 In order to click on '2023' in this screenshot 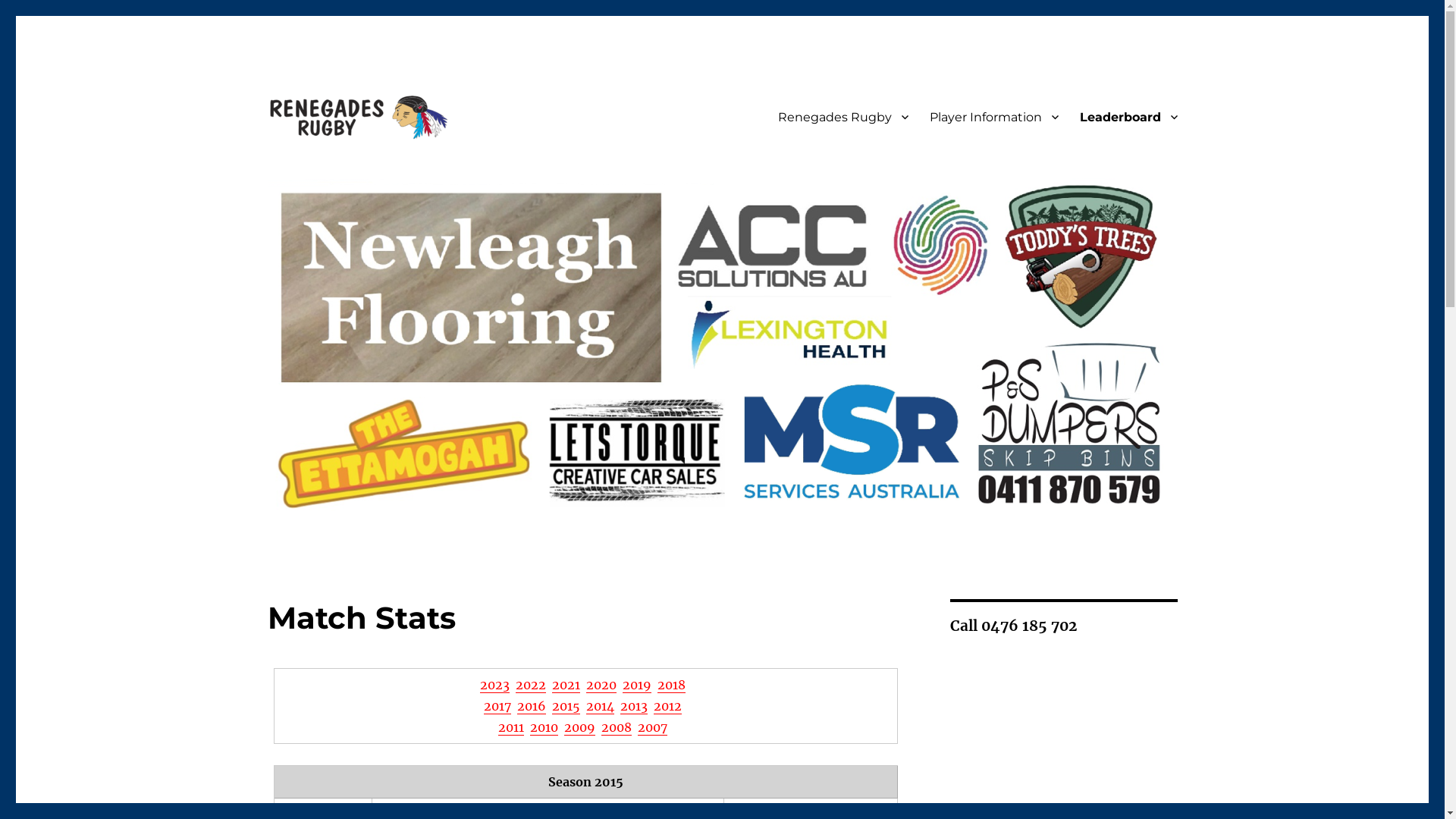, I will do `click(479, 684)`.